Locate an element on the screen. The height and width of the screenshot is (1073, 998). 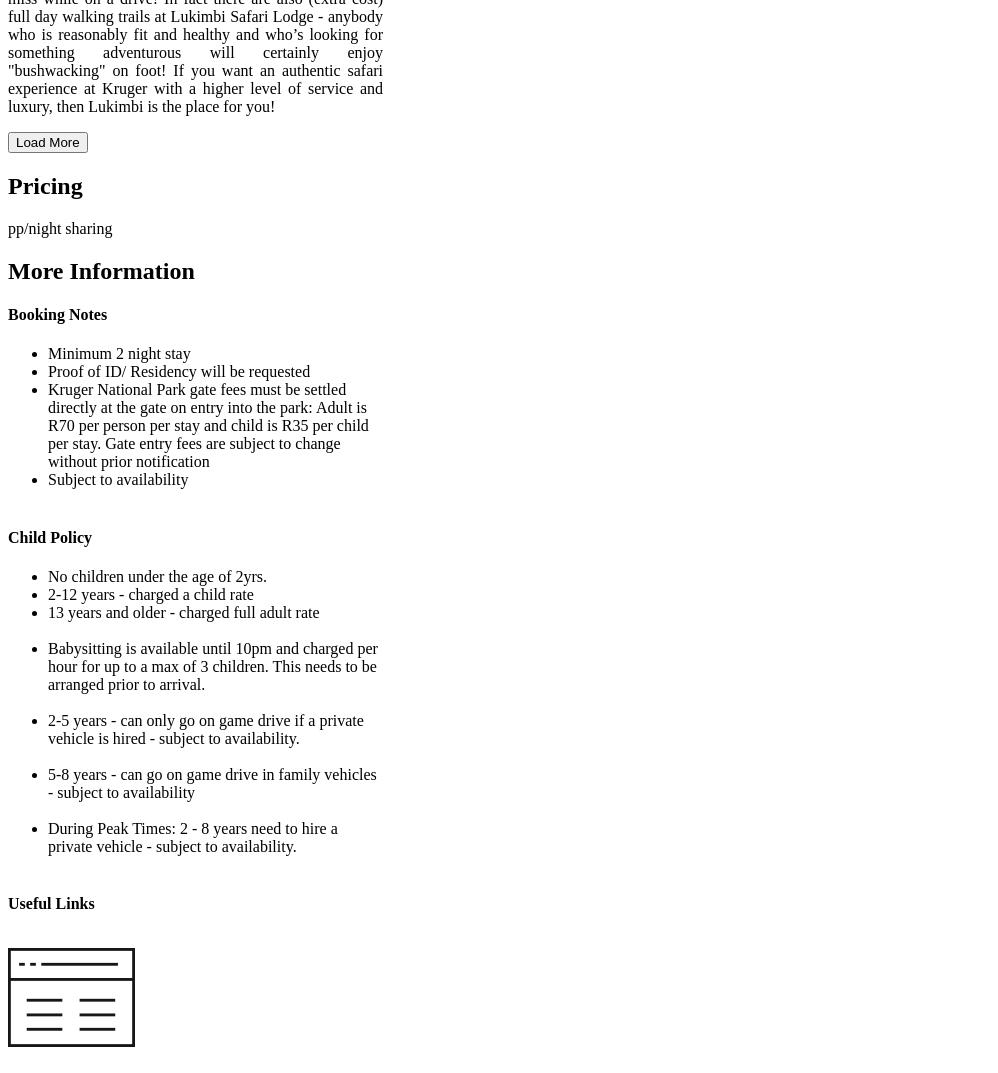
'5-8 years - can go on game drive in family vehicles - subject to availability' is located at coordinates (211, 782).